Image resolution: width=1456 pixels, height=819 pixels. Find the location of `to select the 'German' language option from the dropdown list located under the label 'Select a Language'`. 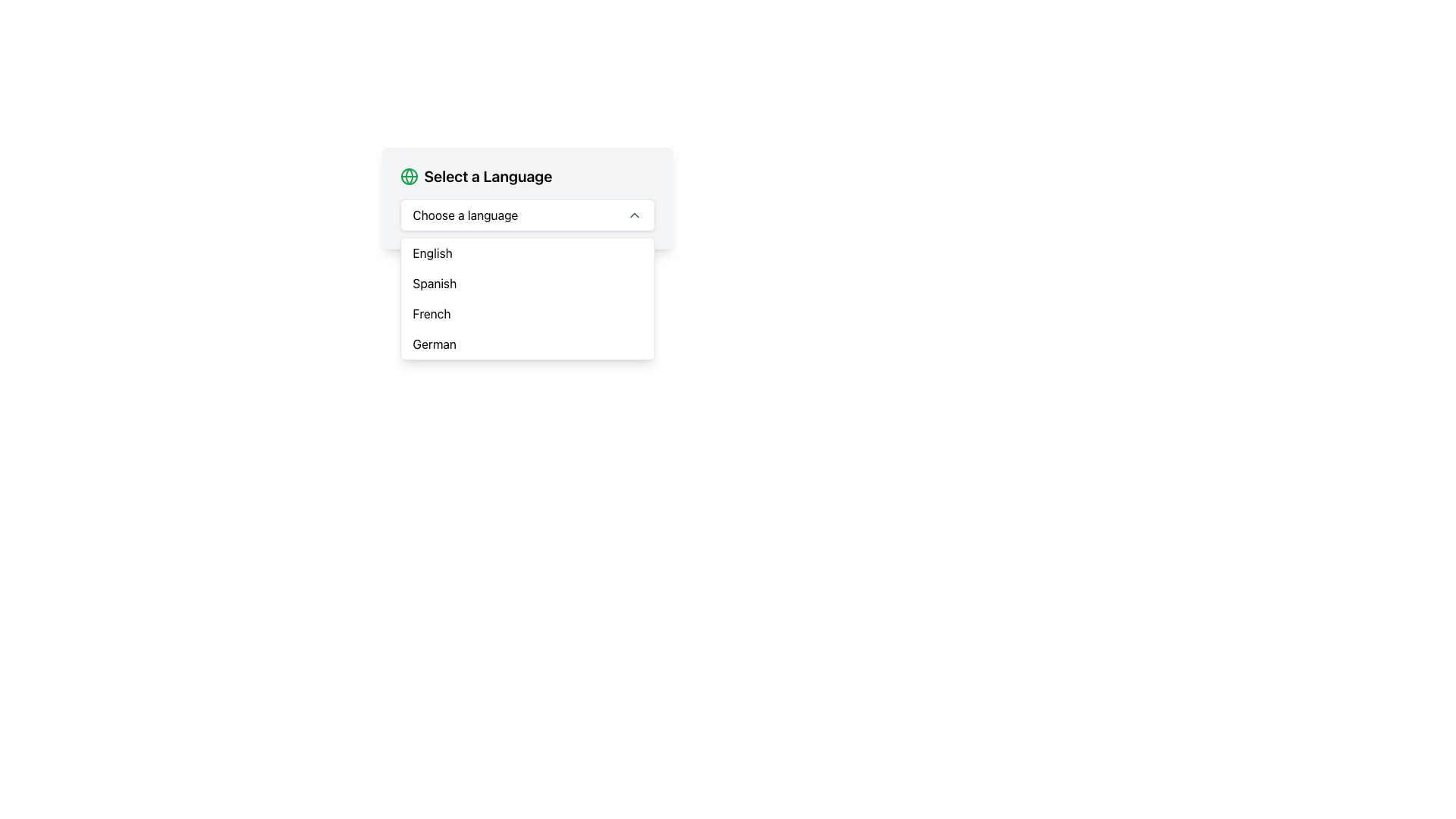

to select the 'German' language option from the dropdown list located under the label 'Select a Language' is located at coordinates (434, 344).